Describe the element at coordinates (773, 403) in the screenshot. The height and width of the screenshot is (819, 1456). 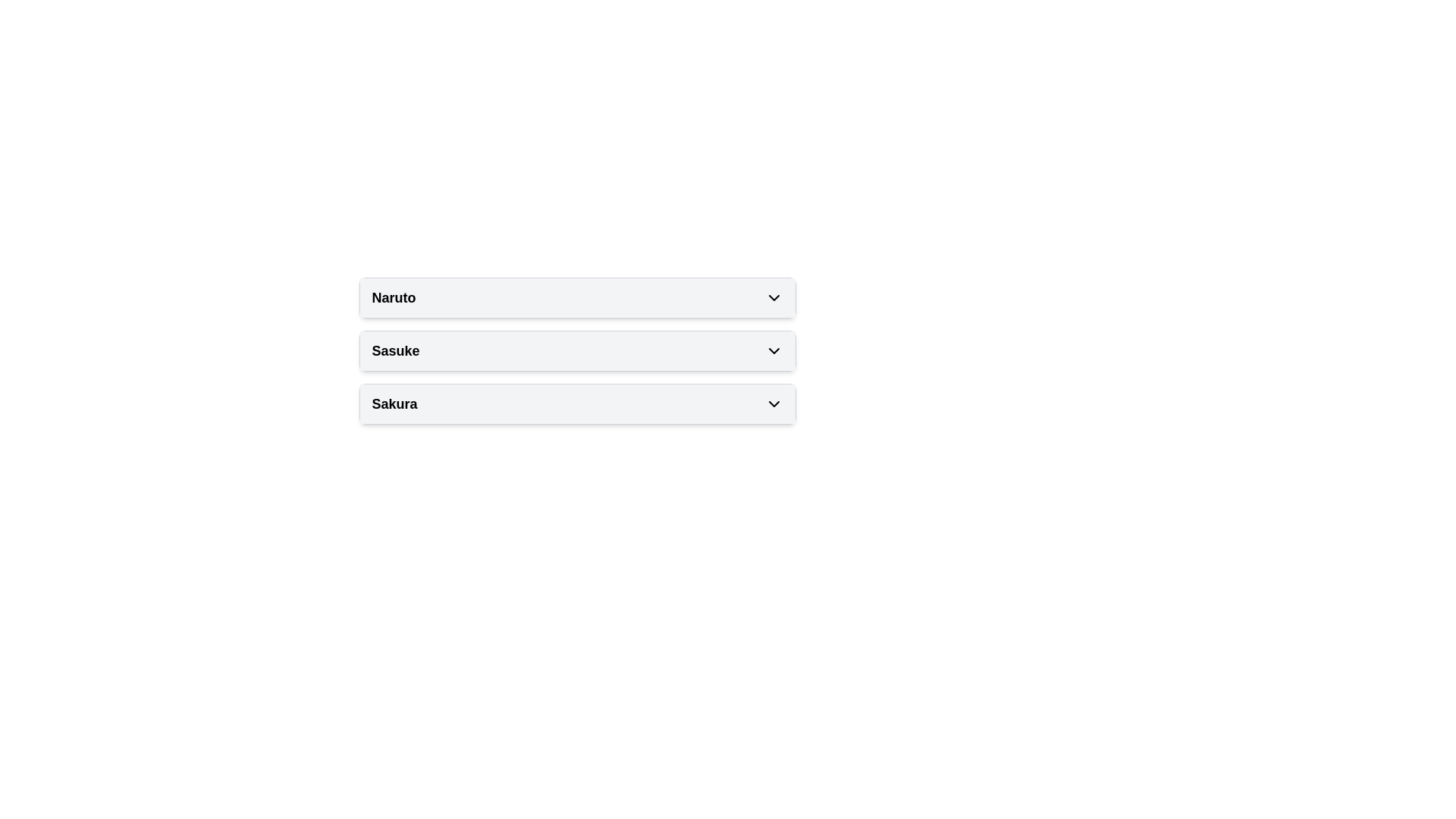
I see `the dropdown toggle icon located at the rightmost edge of the gray bar containing the text 'Sakura'` at that location.